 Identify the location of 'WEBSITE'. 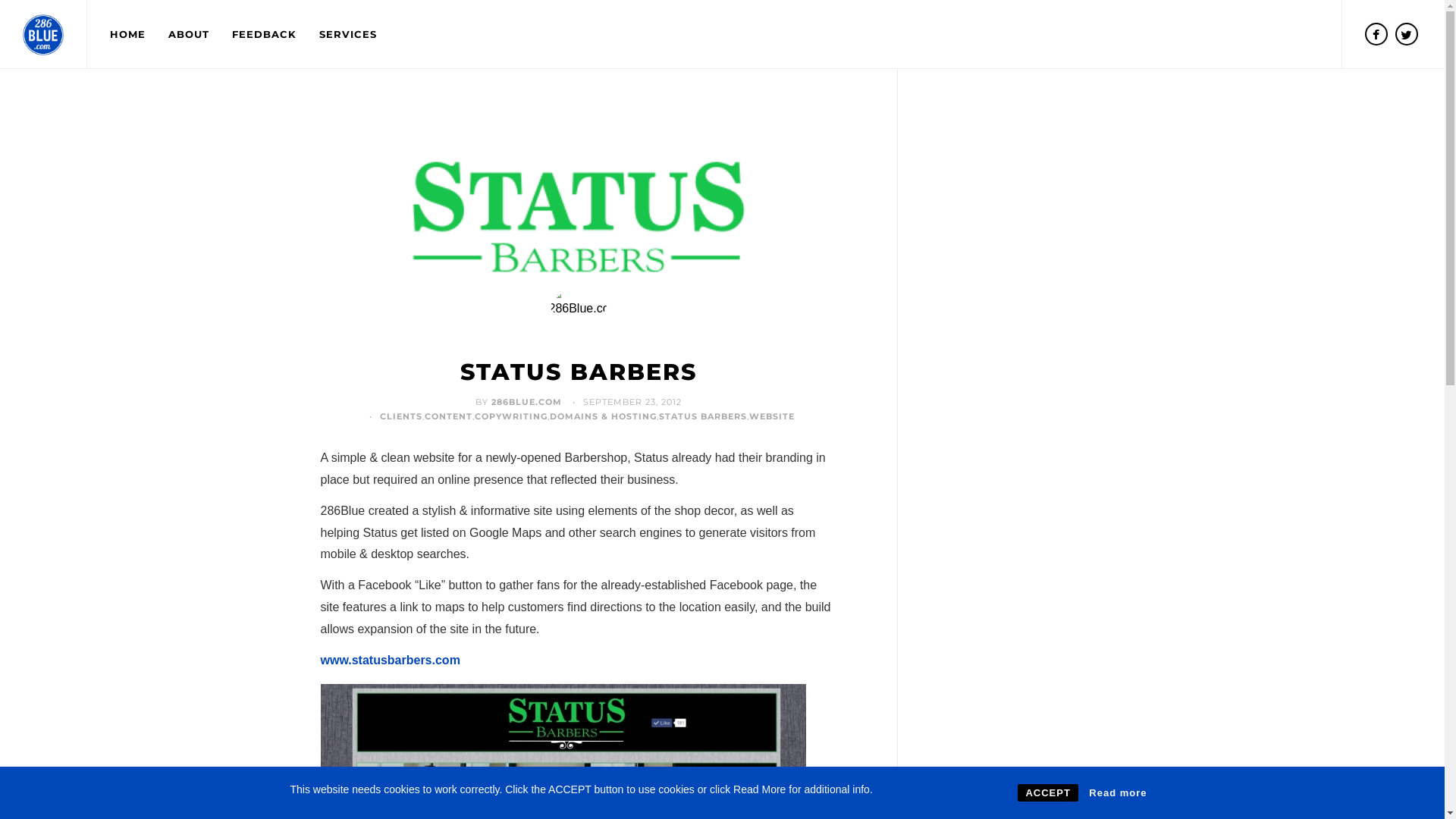
(771, 416).